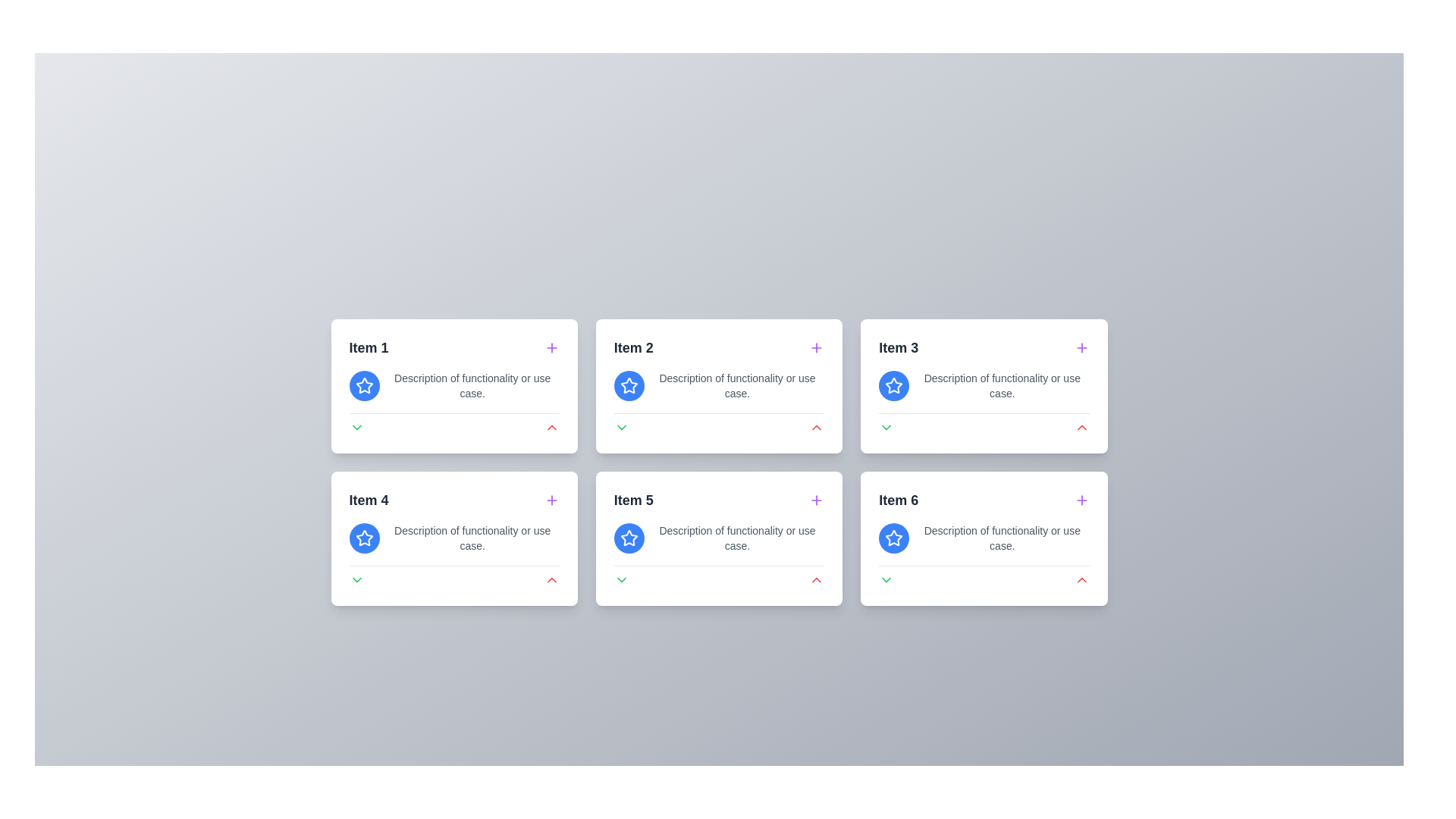 This screenshot has width=1456, height=819. What do you see at coordinates (551, 348) in the screenshot?
I see `the '+' icon button styled in purple, located adjacent to the 'Item 1' text to observe visual feedback` at bounding box center [551, 348].